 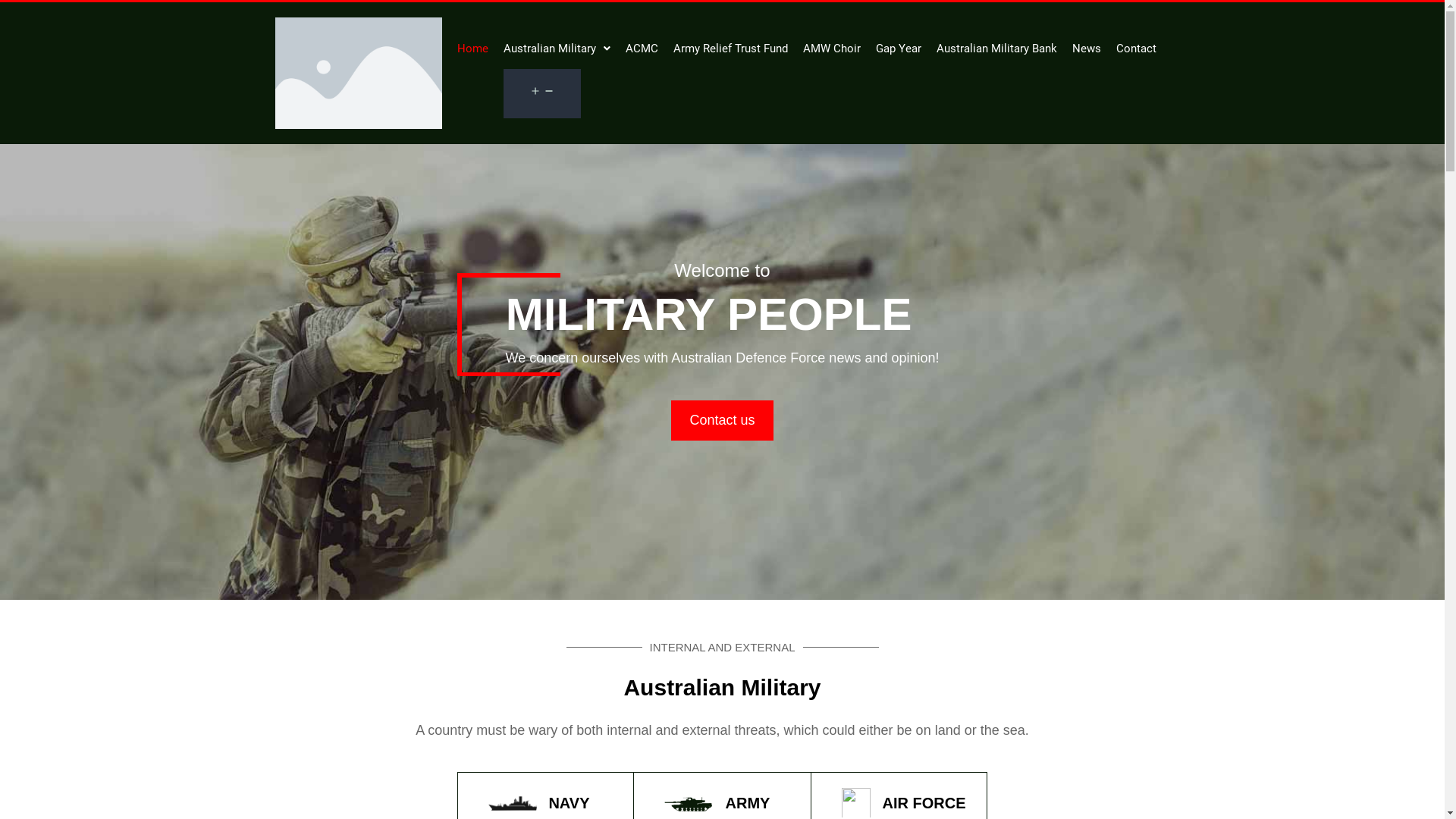 I want to click on 'Australian Military', so click(x=556, y=48).